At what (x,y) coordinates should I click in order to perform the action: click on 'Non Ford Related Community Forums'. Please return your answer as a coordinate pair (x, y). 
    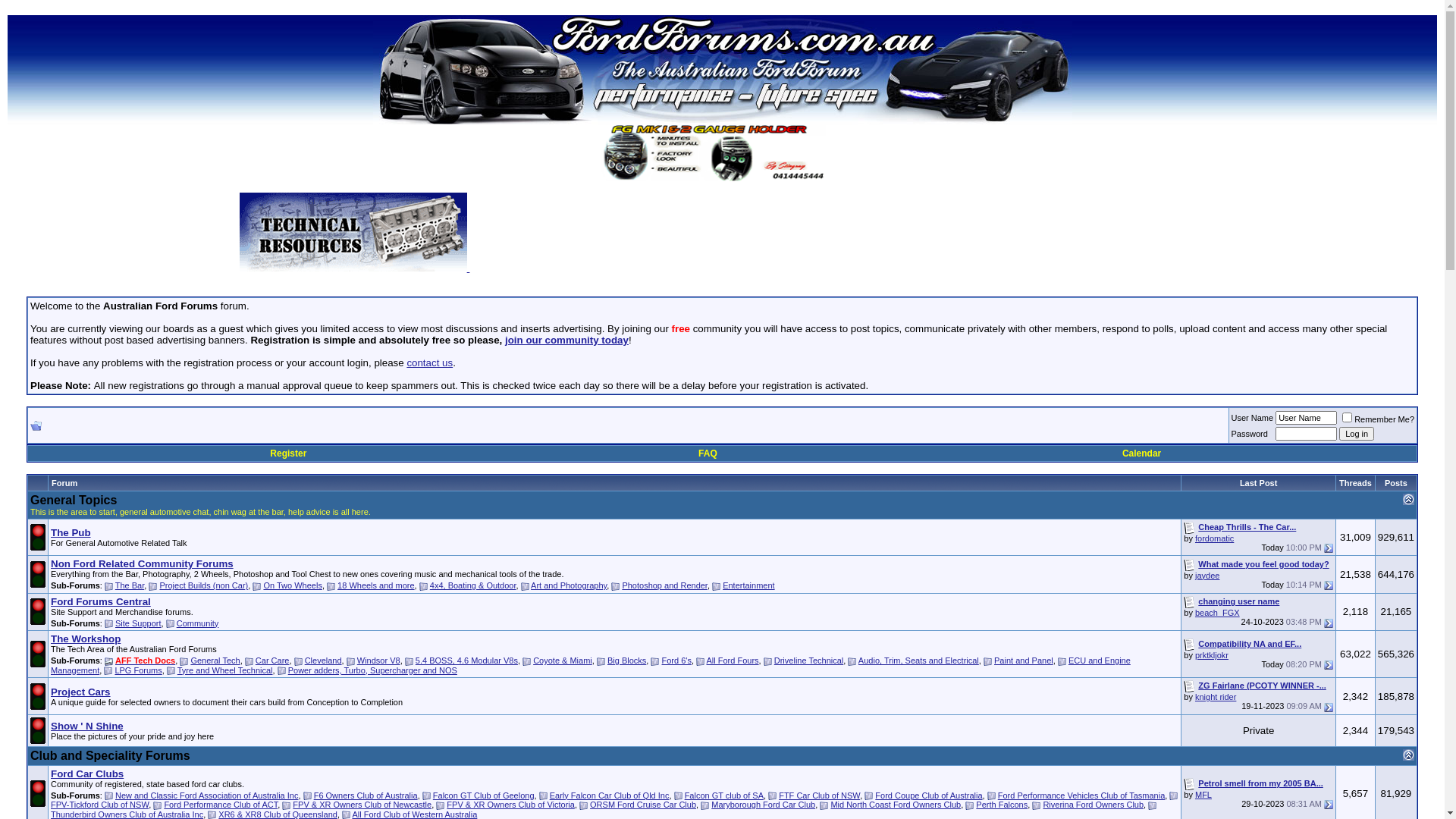
    Looking at the image, I should click on (142, 563).